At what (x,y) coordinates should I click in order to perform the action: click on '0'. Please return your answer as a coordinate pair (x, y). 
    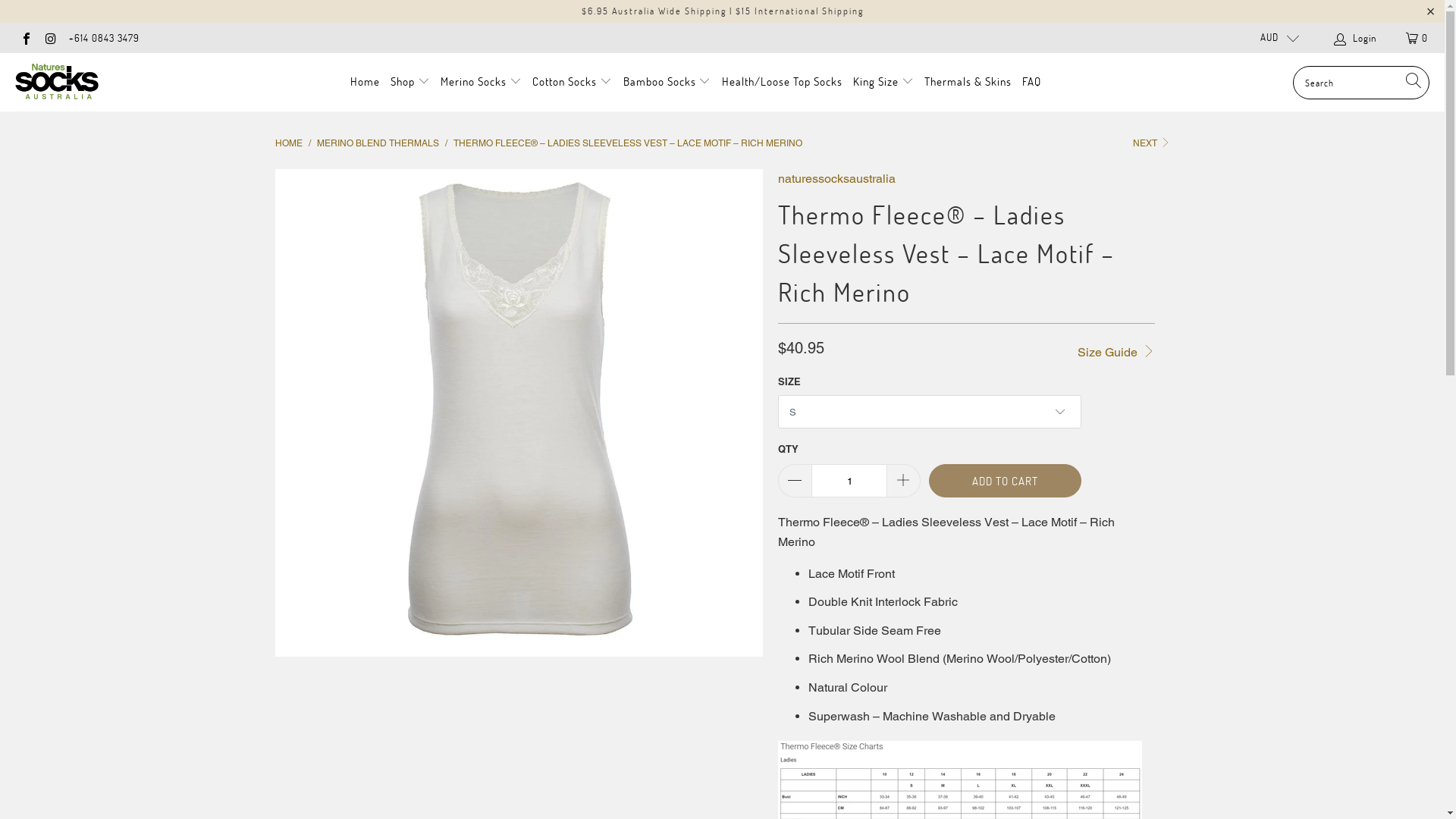
    Looking at the image, I should click on (1391, 37).